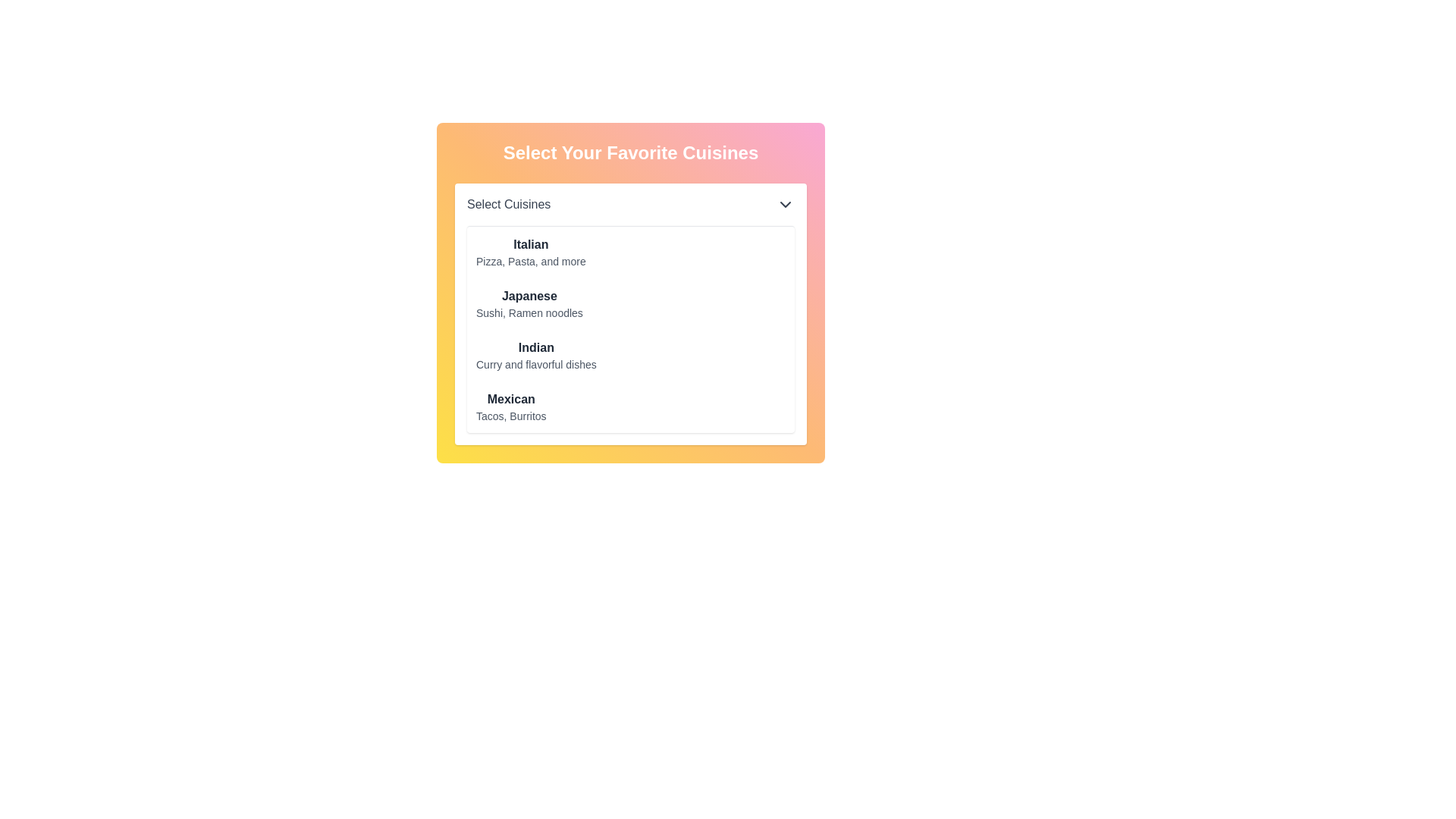 The image size is (1456, 819). What do you see at coordinates (786, 205) in the screenshot?
I see `the icon in the top right corner of the 'Select Cuisines' component` at bounding box center [786, 205].